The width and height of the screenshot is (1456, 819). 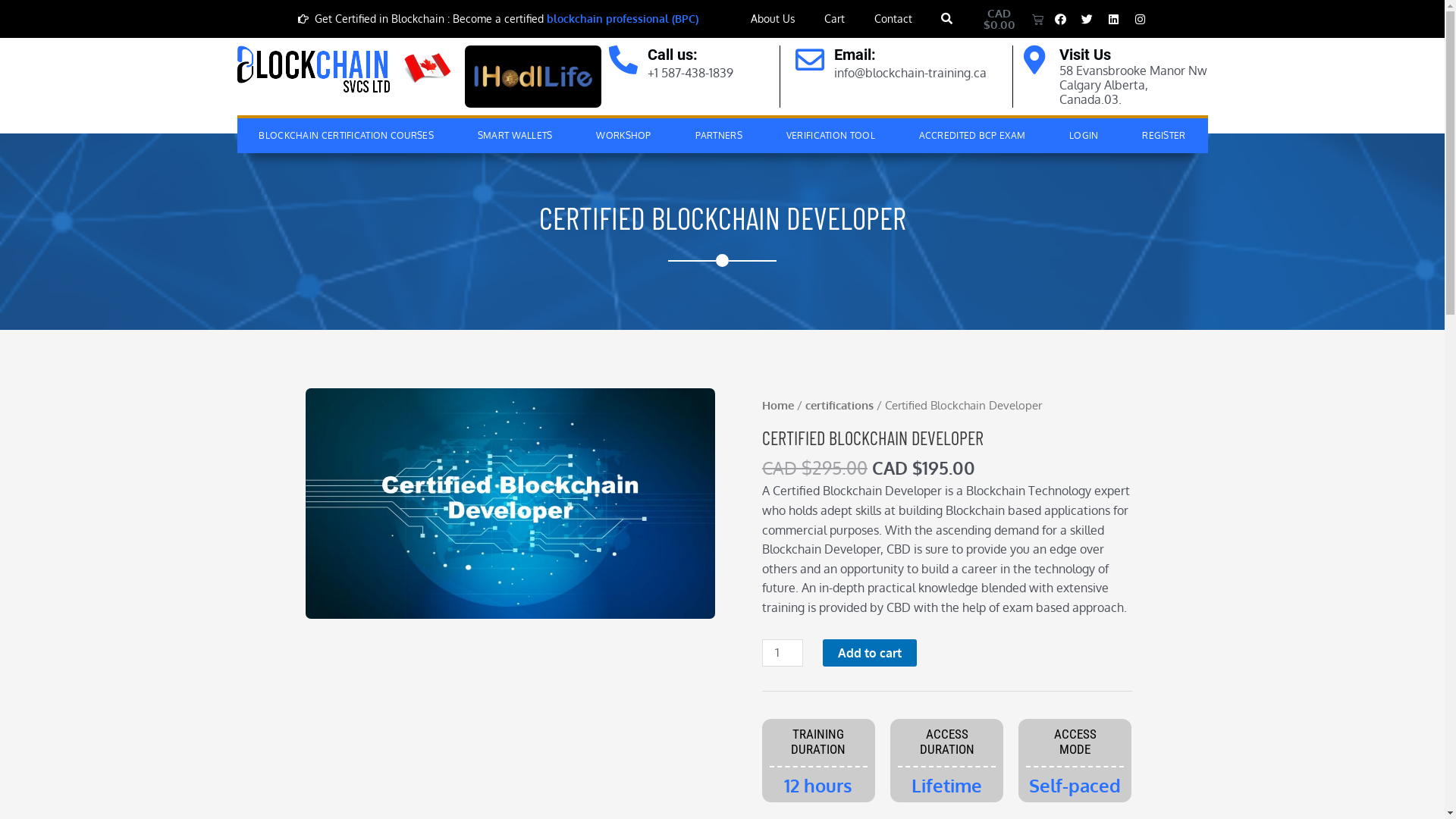 I want to click on 'Instagram', so click(x=1140, y=18).